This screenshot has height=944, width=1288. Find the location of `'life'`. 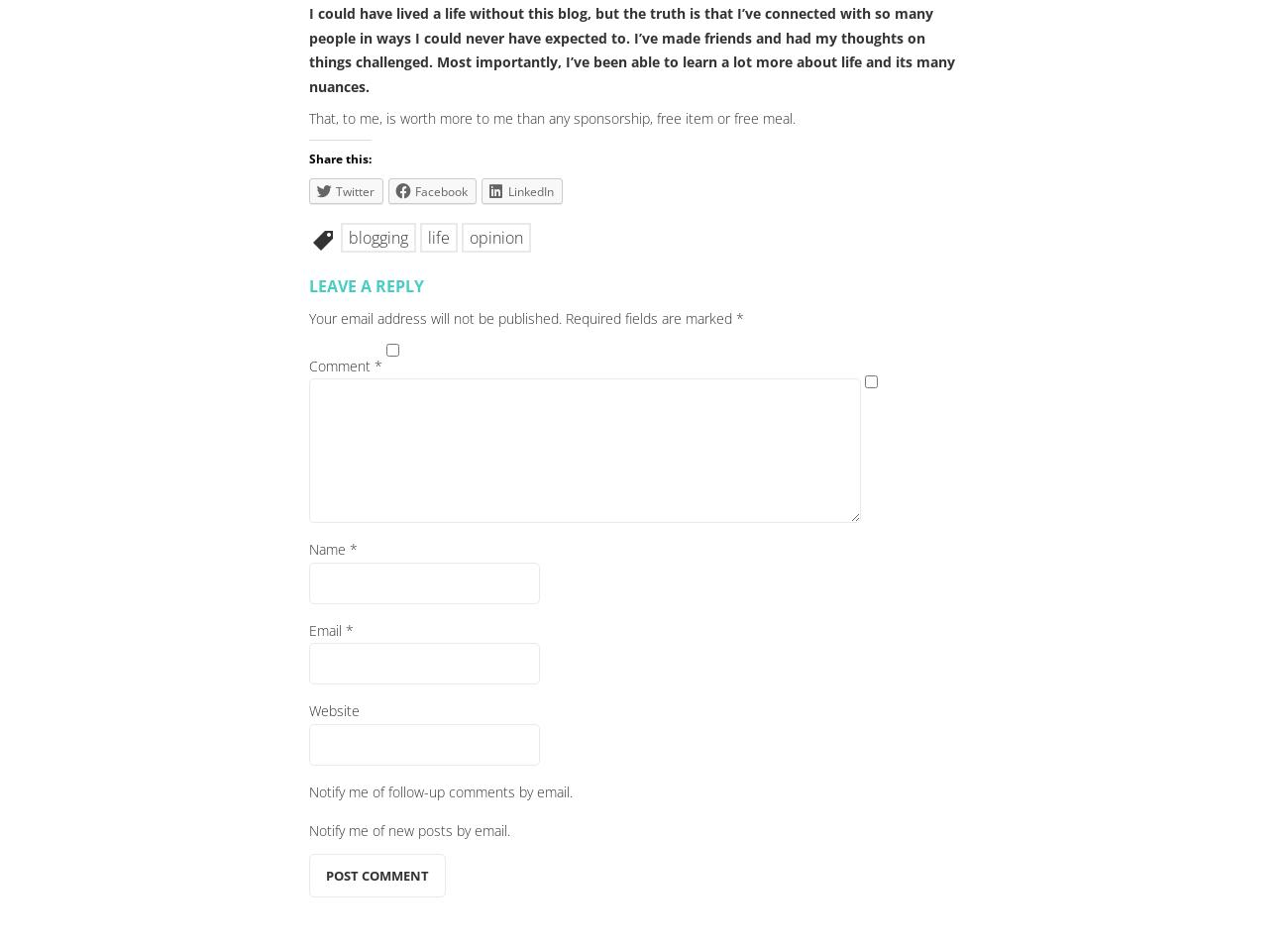

'life' is located at coordinates (438, 236).